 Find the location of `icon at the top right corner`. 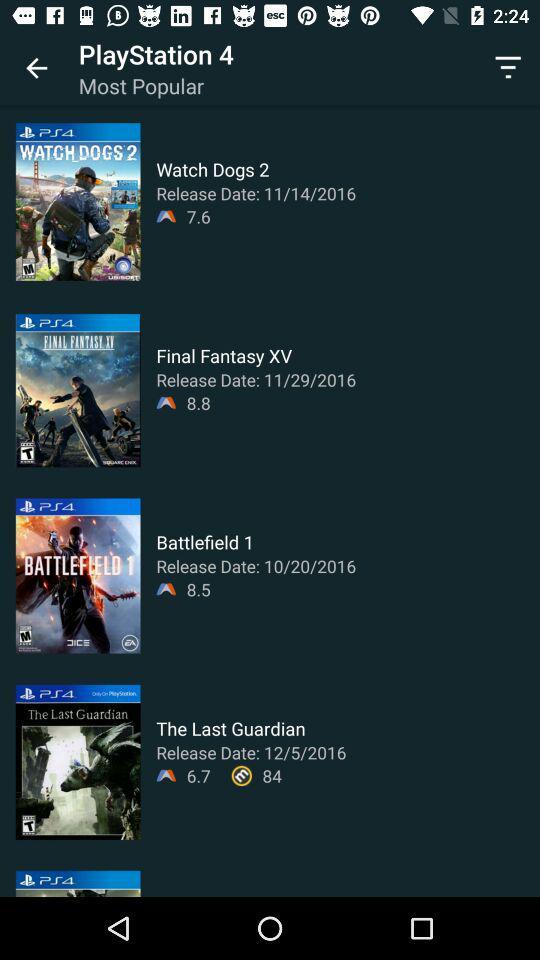

icon at the top right corner is located at coordinates (508, 68).